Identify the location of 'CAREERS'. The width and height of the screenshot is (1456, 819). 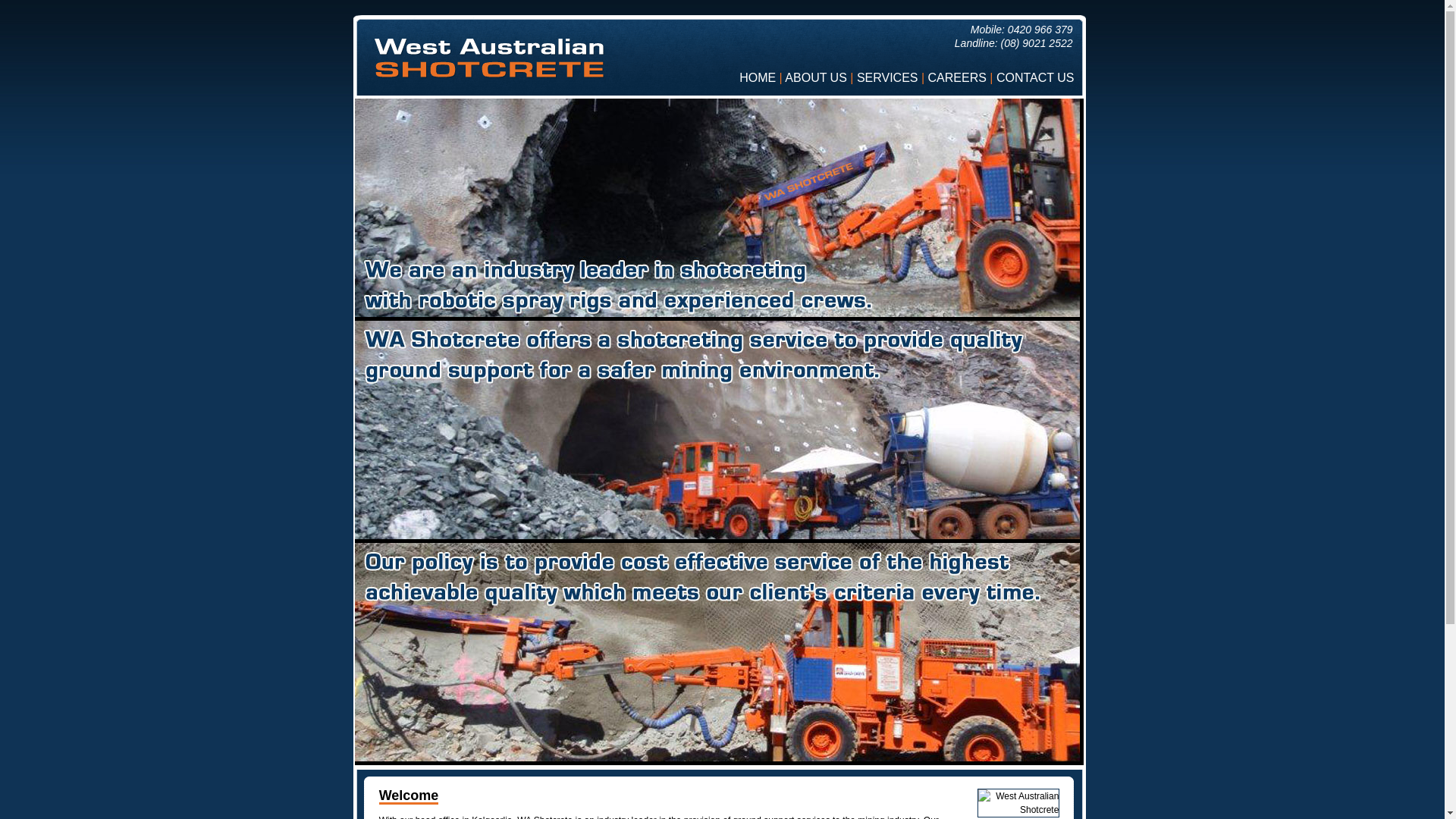
(956, 77).